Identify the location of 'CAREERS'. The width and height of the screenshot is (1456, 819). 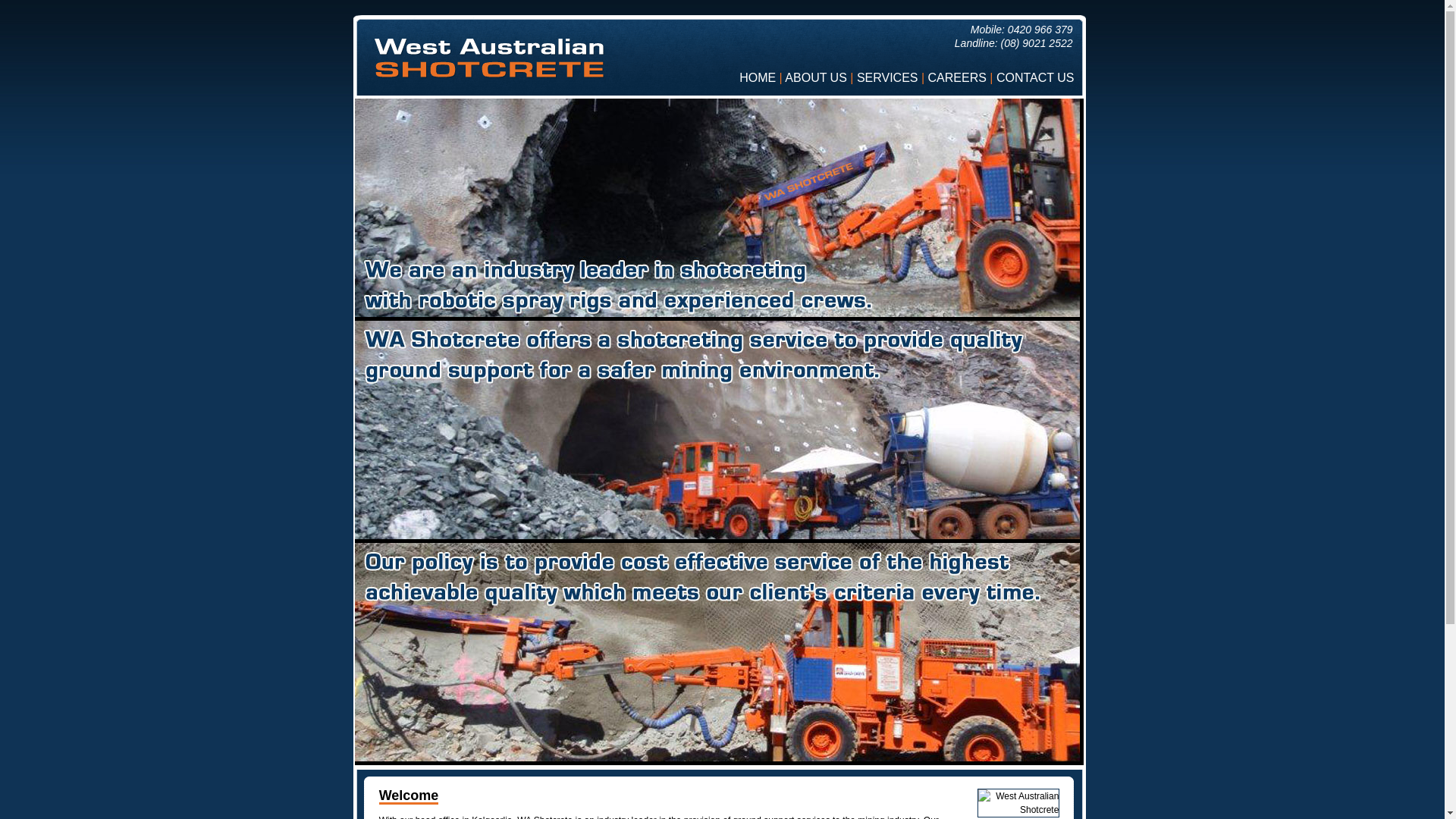
(956, 77).